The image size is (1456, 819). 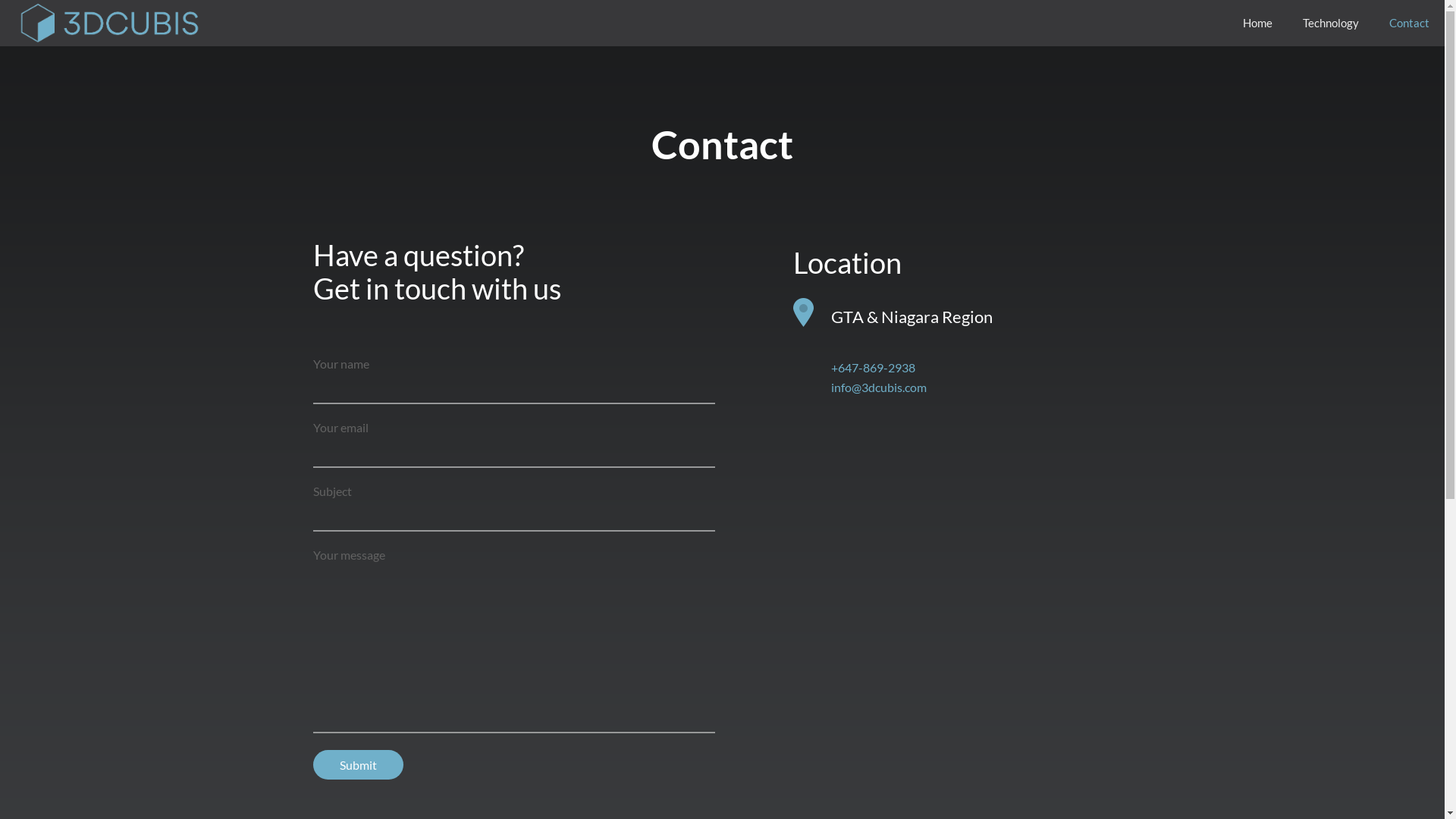 What do you see at coordinates (356, 764) in the screenshot?
I see `'Submit'` at bounding box center [356, 764].